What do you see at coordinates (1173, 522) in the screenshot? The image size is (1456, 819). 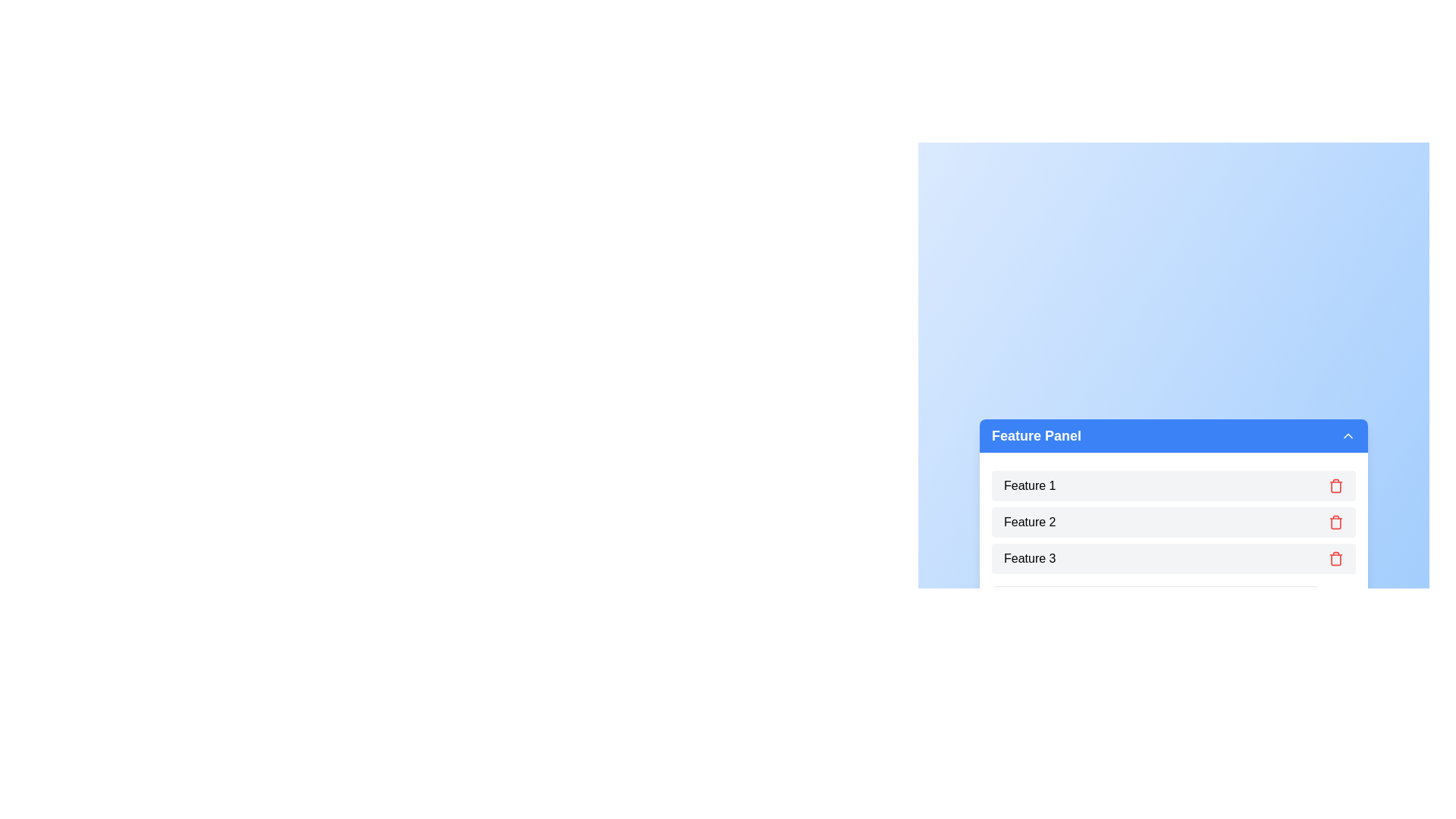 I see `the text of the second feature entry in the list` at bounding box center [1173, 522].